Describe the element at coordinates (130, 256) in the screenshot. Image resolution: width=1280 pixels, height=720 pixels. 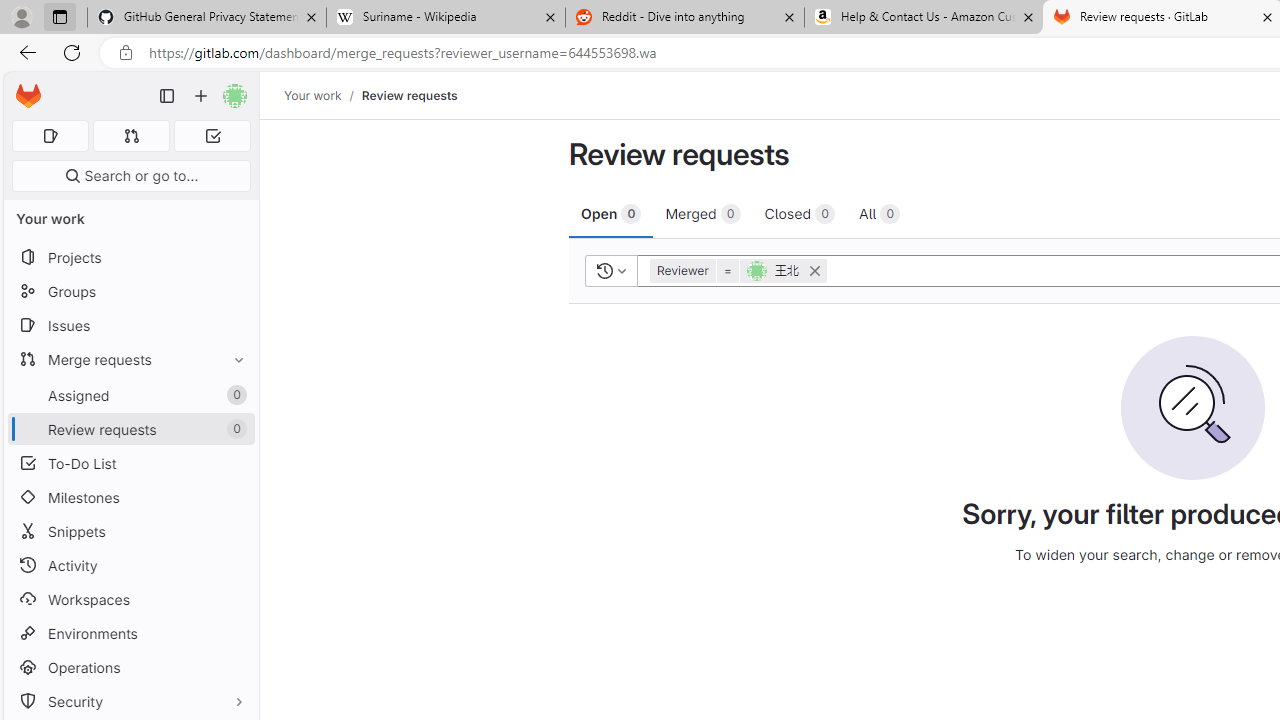
I see `'Projects'` at that location.